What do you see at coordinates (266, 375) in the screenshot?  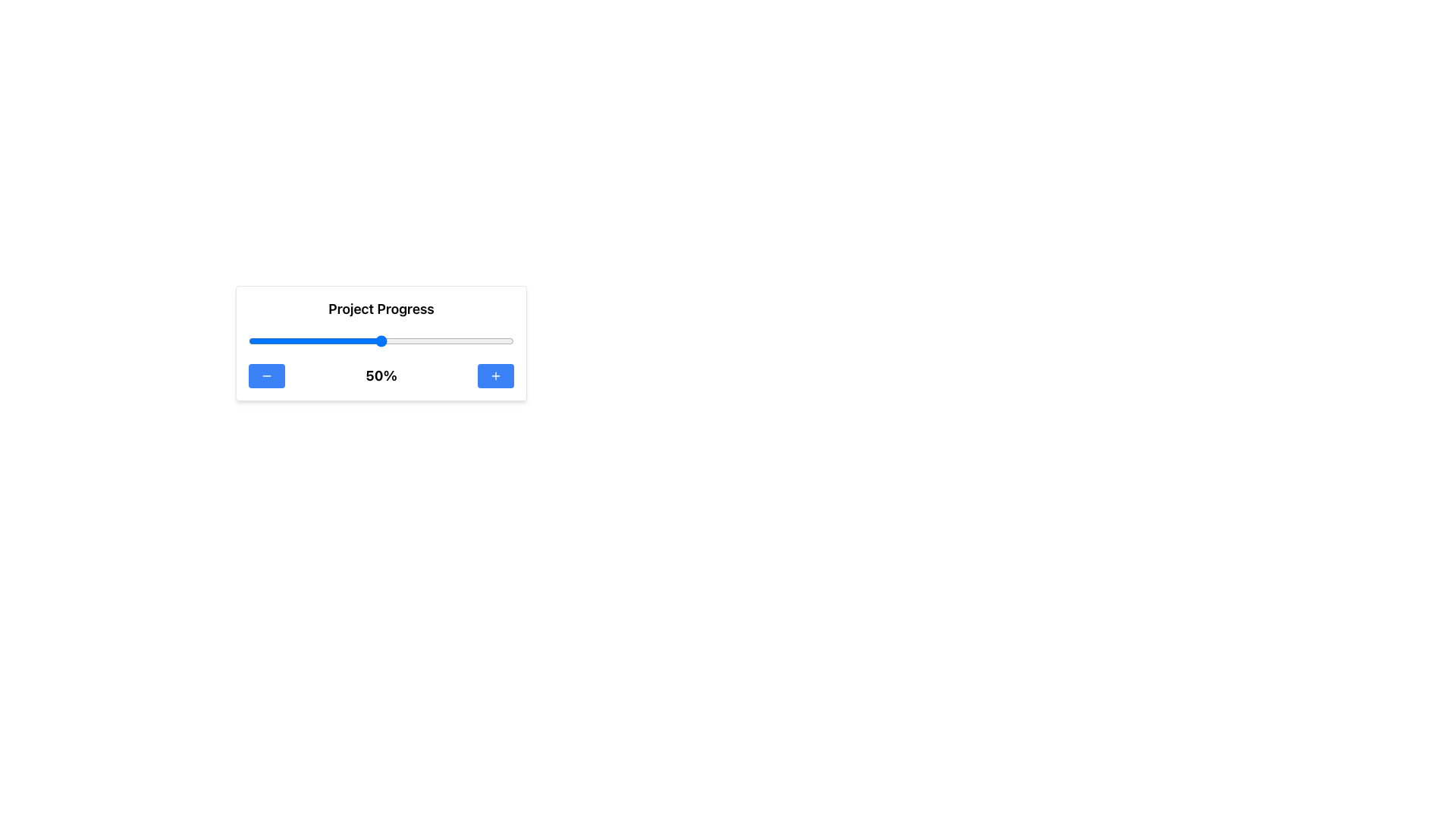 I see `the minus icon located within the left blue button below the Project Progress indicator` at bounding box center [266, 375].